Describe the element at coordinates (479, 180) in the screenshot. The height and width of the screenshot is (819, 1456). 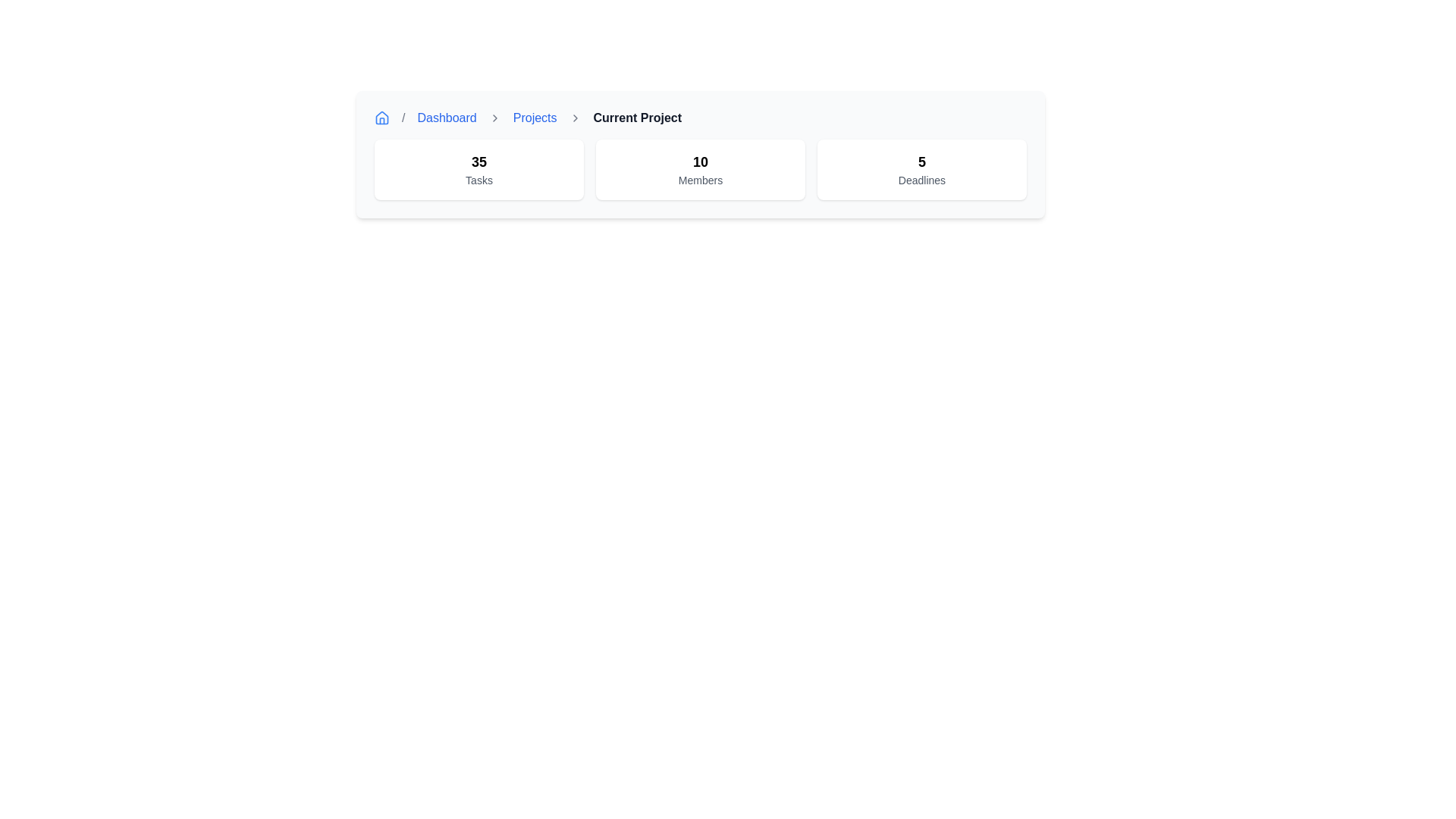
I see `the static text element labeled 'Tasks', which provides context for the numerical value '35' above it` at that location.